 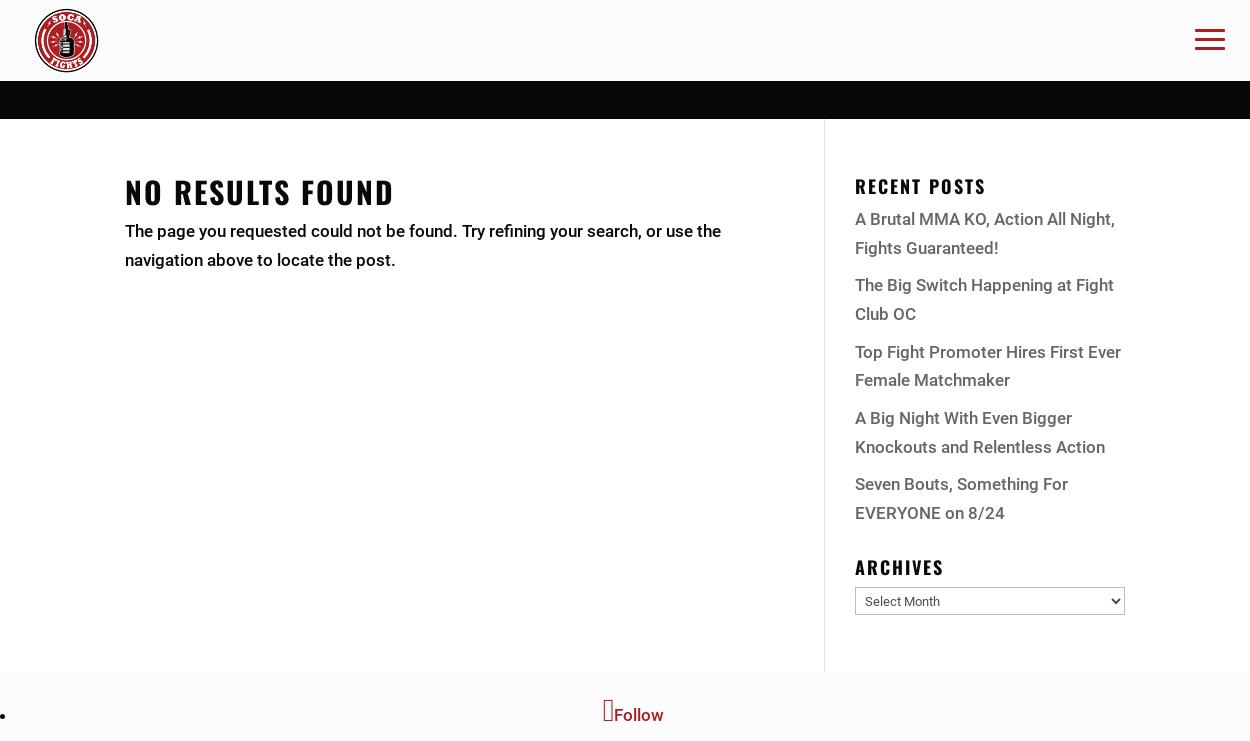 What do you see at coordinates (899, 565) in the screenshot?
I see `'Archives'` at bounding box center [899, 565].